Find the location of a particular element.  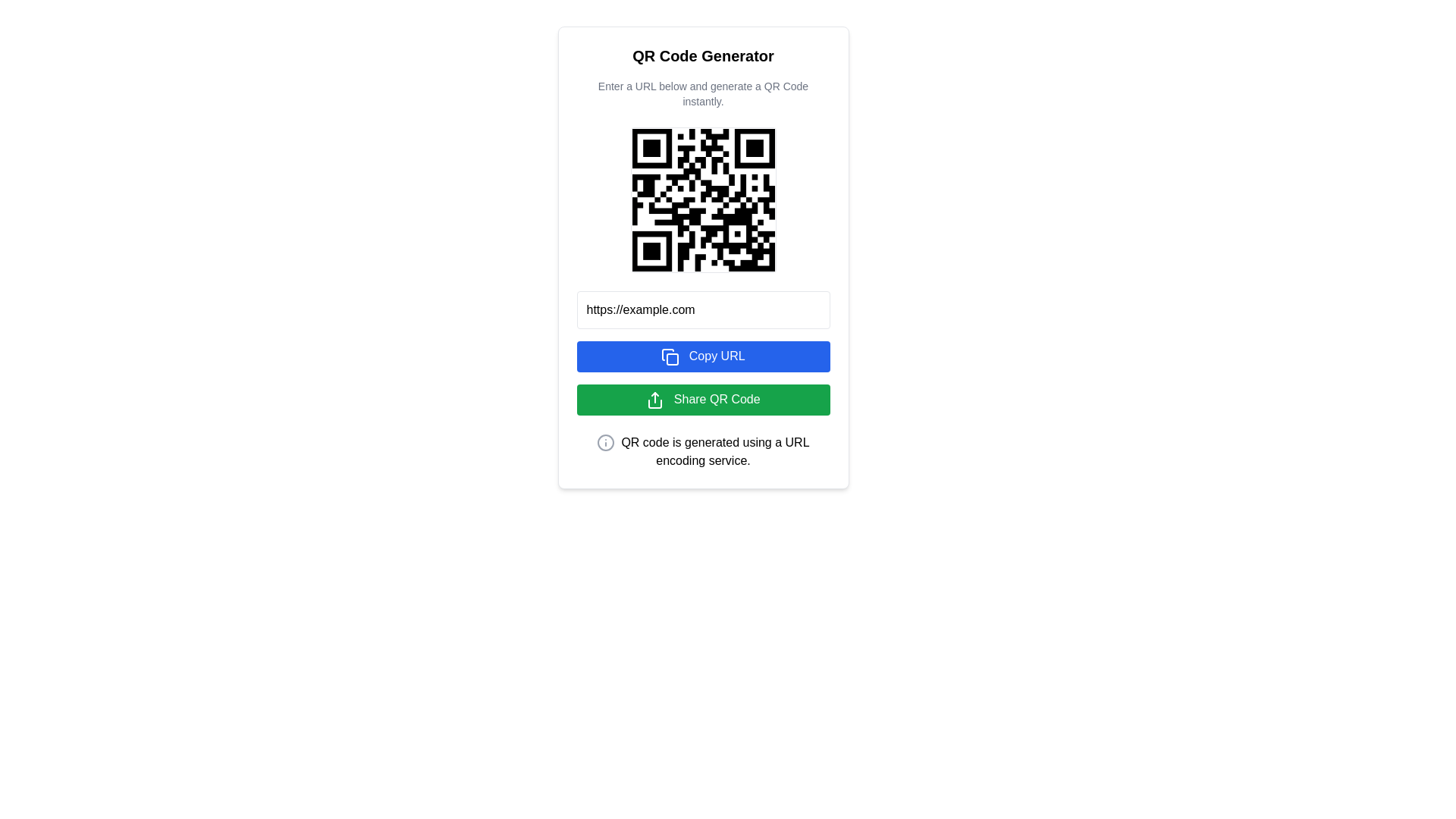

the information icon, which is a light grey circular icon with an 'i' in the center, located to the left of the text 'QR code is generated using a URL encoding service.' is located at coordinates (605, 443).